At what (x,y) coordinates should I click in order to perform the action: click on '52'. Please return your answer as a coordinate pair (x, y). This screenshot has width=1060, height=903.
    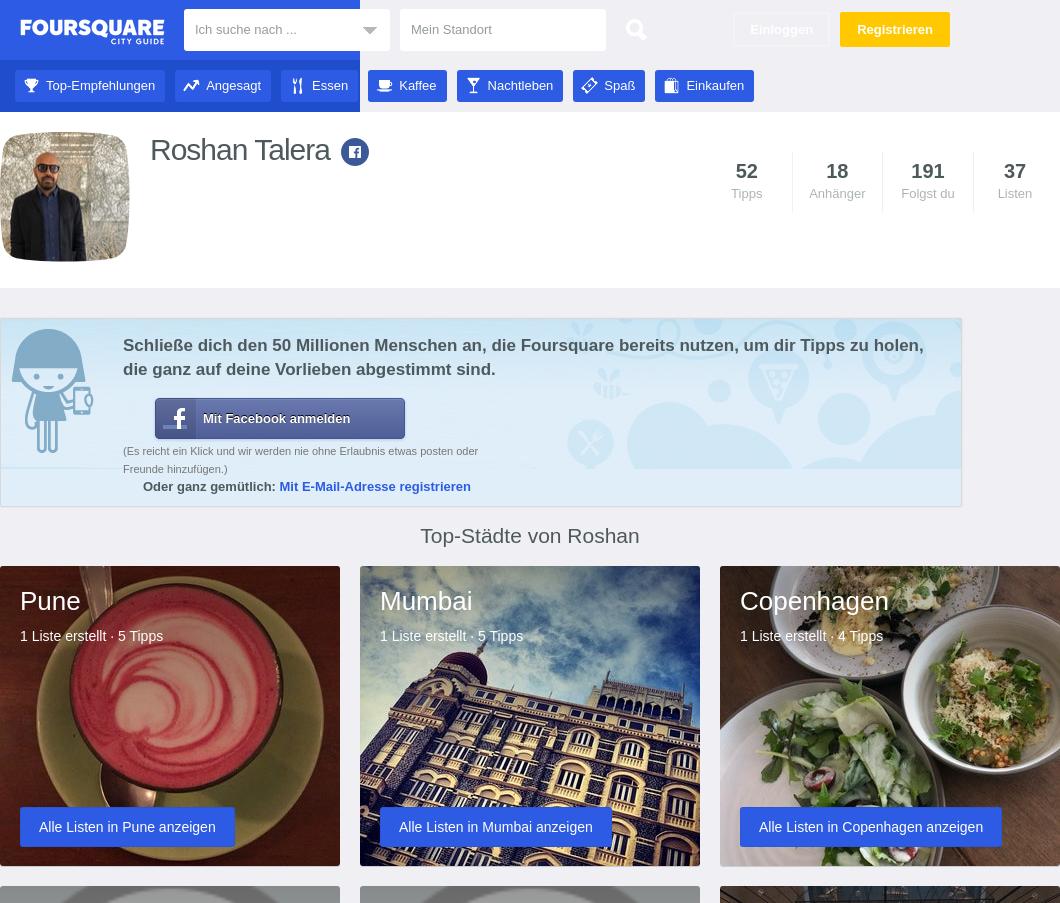
    Looking at the image, I should click on (734, 170).